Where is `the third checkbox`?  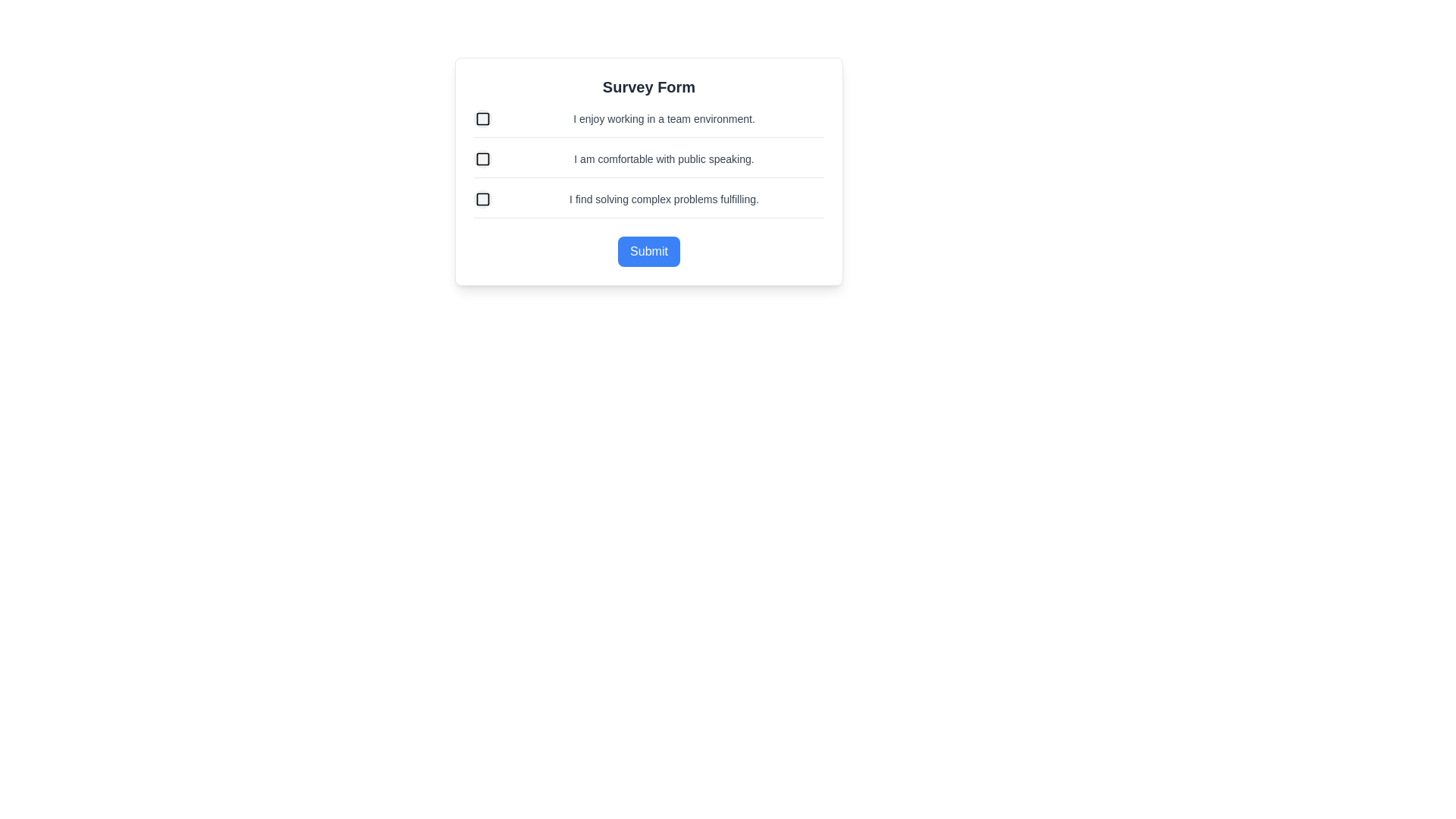
the third checkbox is located at coordinates (482, 198).